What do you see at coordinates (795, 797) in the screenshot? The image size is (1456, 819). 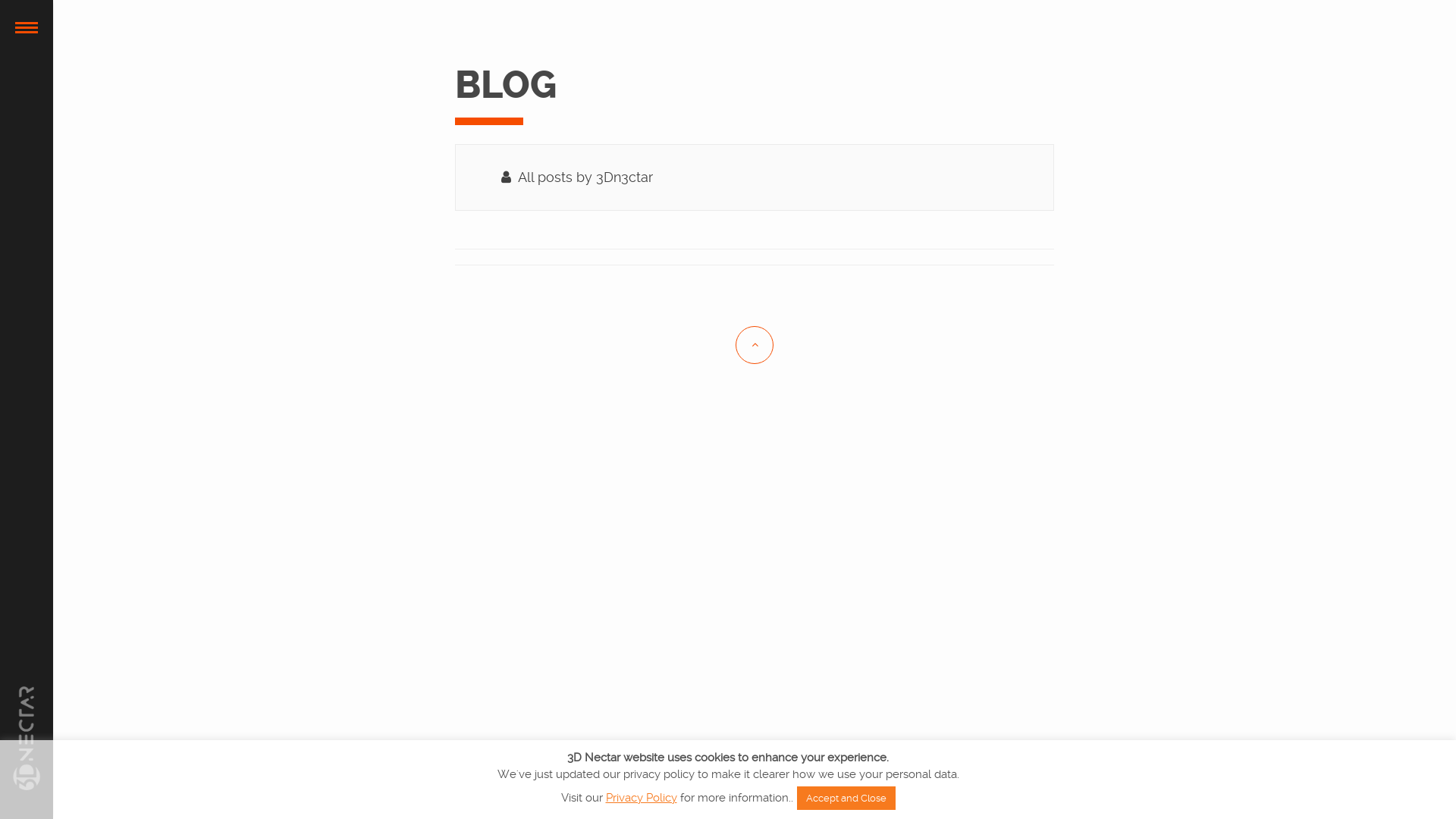 I see `'Accept and Close'` at bounding box center [795, 797].